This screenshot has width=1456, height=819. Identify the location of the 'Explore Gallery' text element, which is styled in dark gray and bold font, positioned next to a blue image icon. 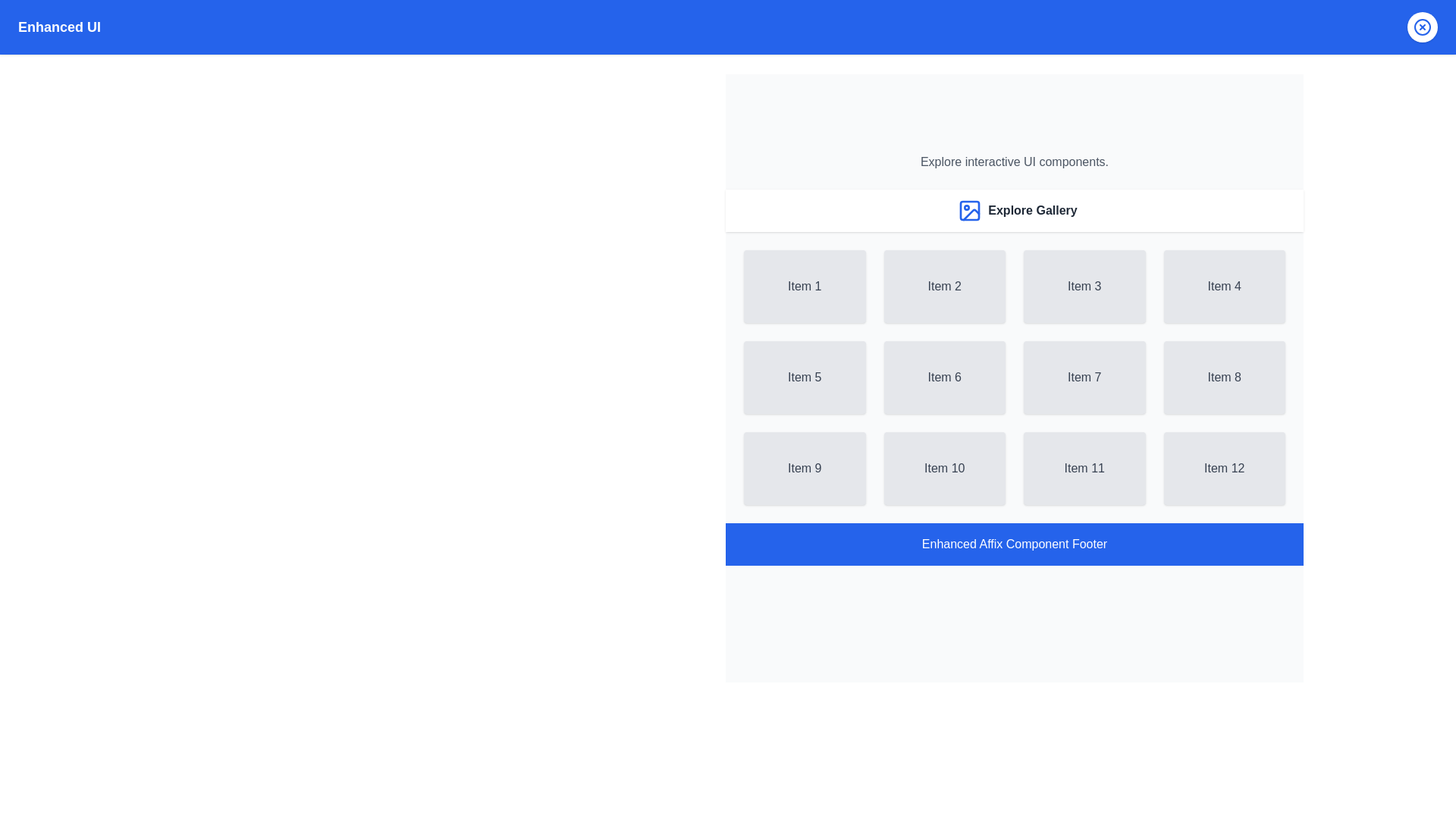
(1032, 210).